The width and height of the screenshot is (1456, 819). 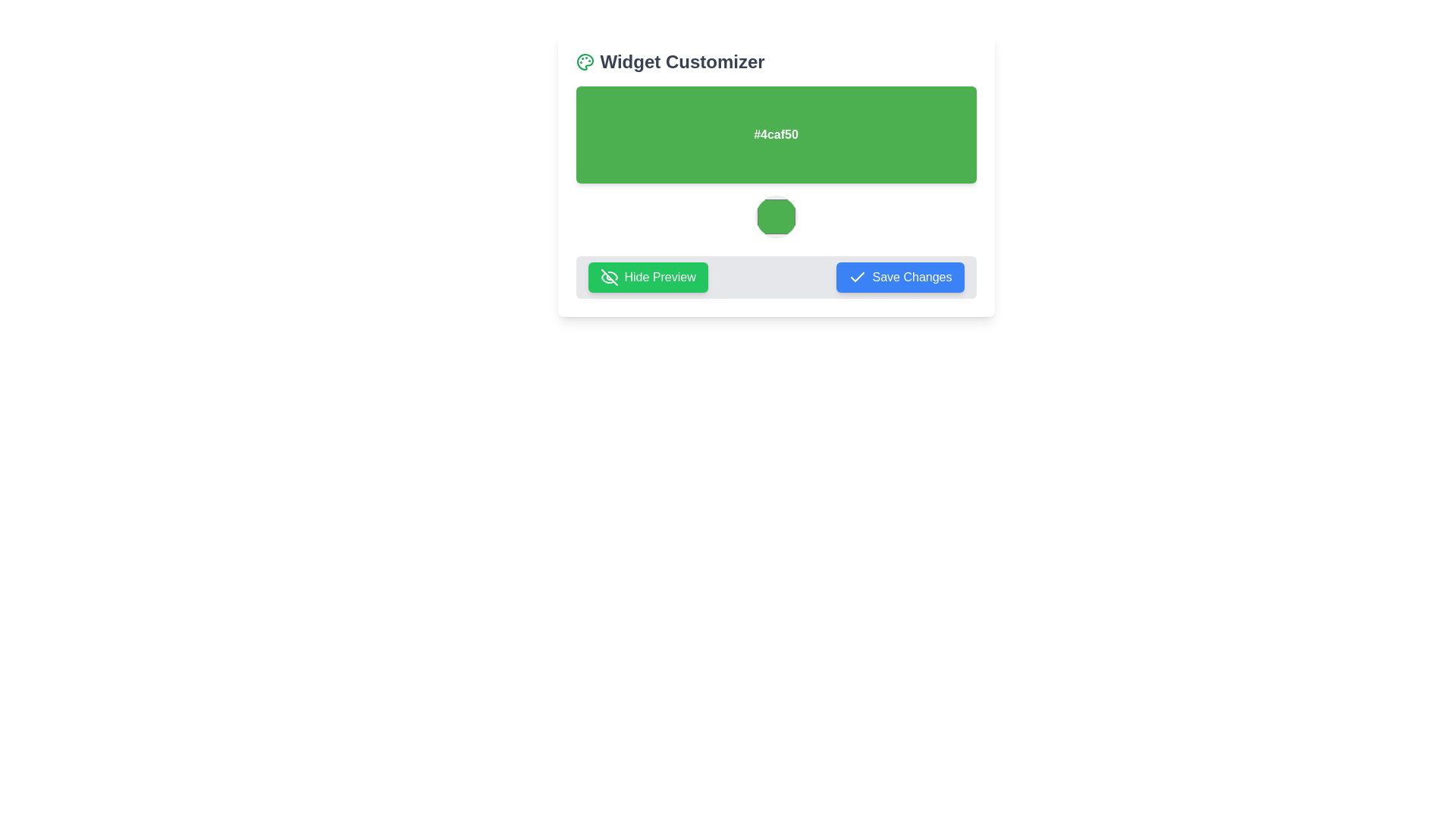 What do you see at coordinates (609, 278) in the screenshot?
I see `the 'Hide Preview' button which contains the eye icon with a slash across it` at bounding box center [609, 278].